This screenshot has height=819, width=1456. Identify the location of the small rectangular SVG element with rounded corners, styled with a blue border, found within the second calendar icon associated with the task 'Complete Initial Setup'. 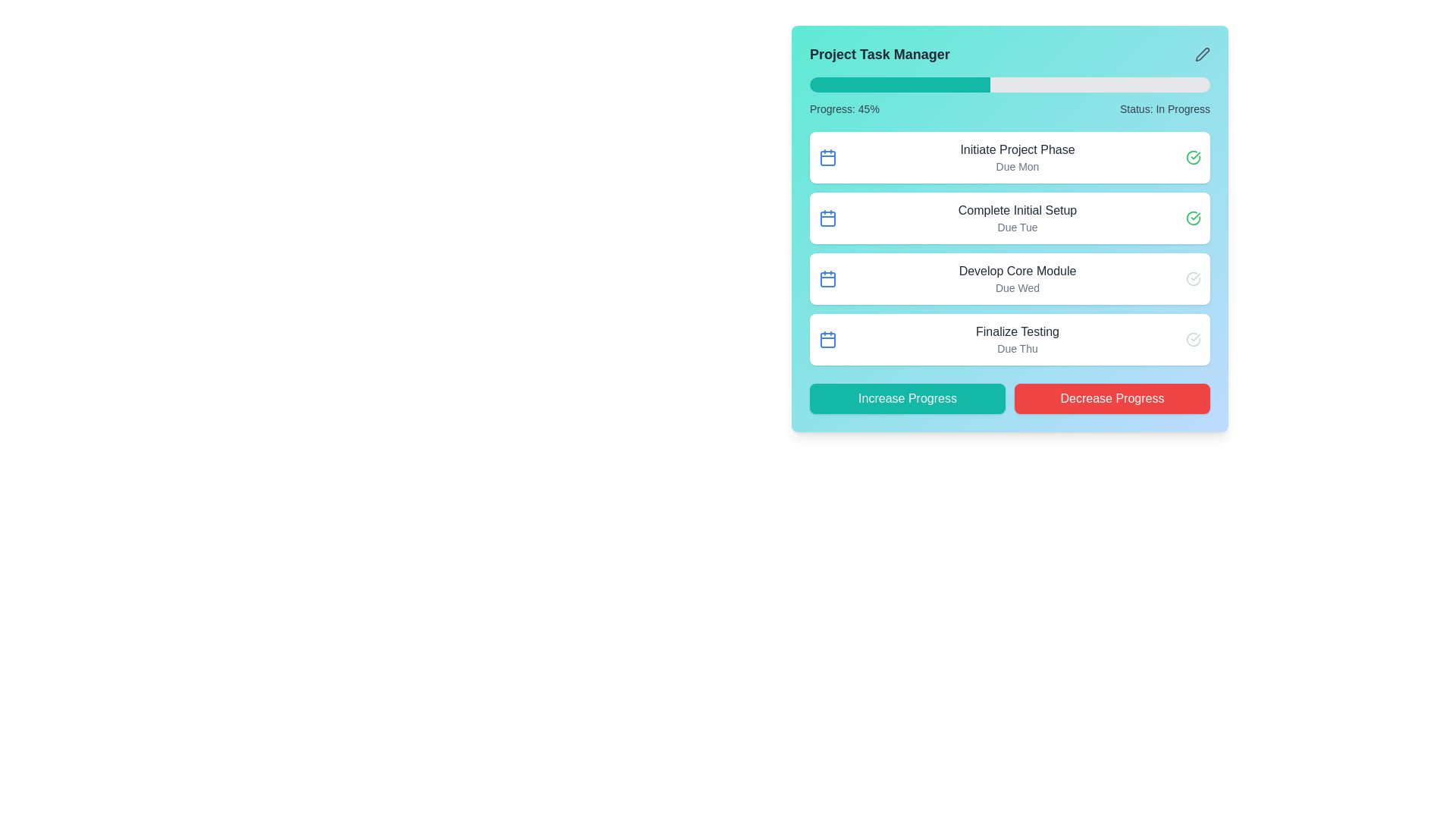
(827, 219).